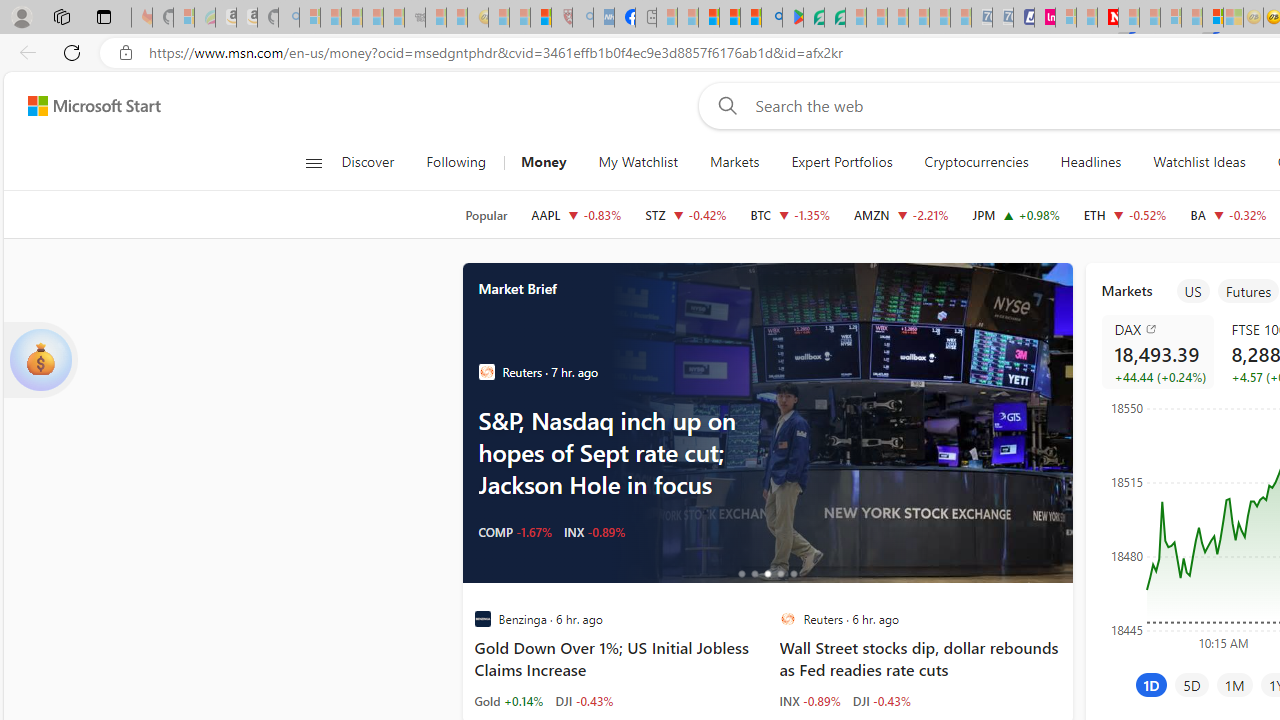 The image size is (1280, 720). What do you see at coordinates (1065, 17) in the screenshot?
I see `'Microsoft account | Privacy - Sleeping'` at bounding box center [1065, 17].